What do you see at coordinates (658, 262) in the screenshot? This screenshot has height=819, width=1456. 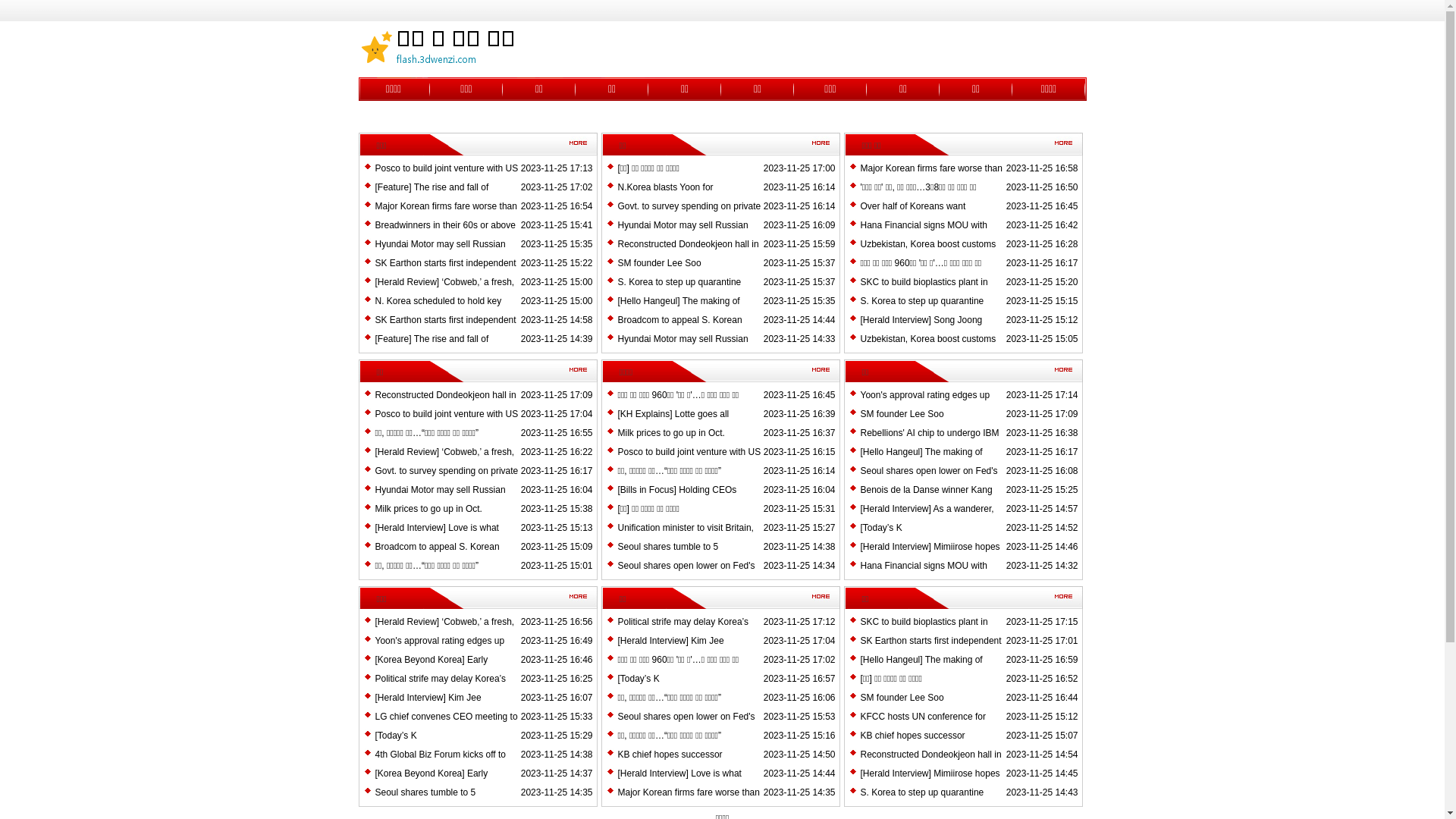 I see `'SM founder Lee Soo'` at bounding box center [658, 262].